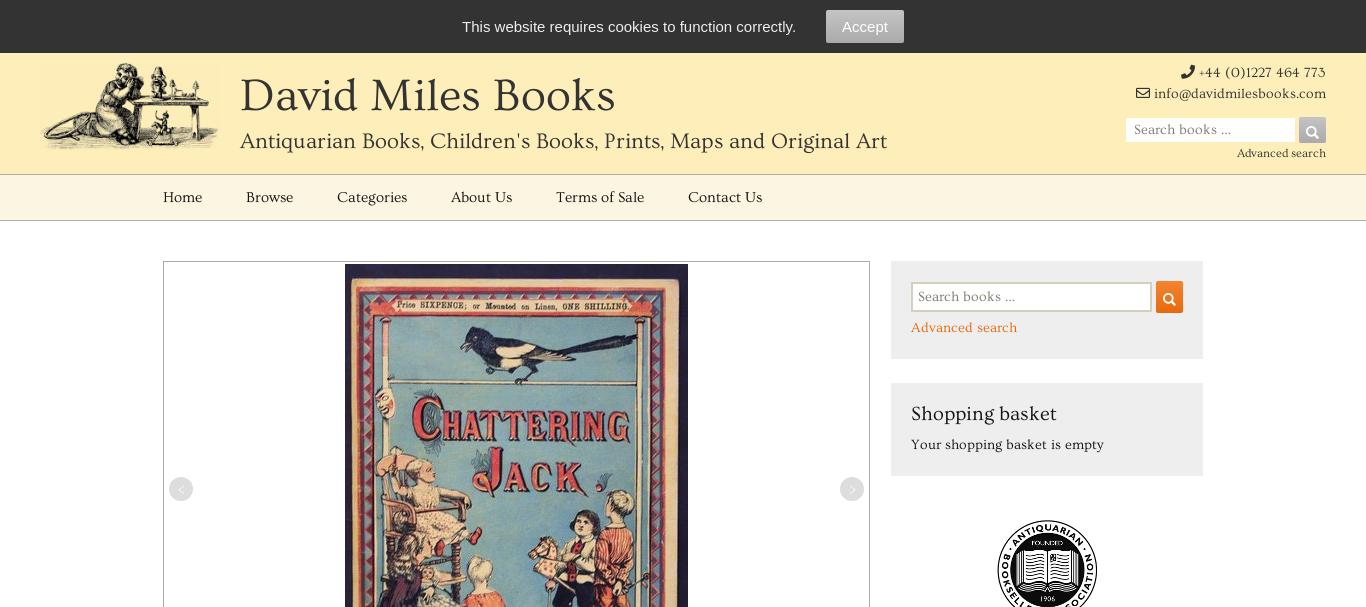 Image resolution: width=1366 pixels, height=607 pixels. Describe the element at coordinates (370, 196) in the screenshot. I see `'Categories'` at that location.